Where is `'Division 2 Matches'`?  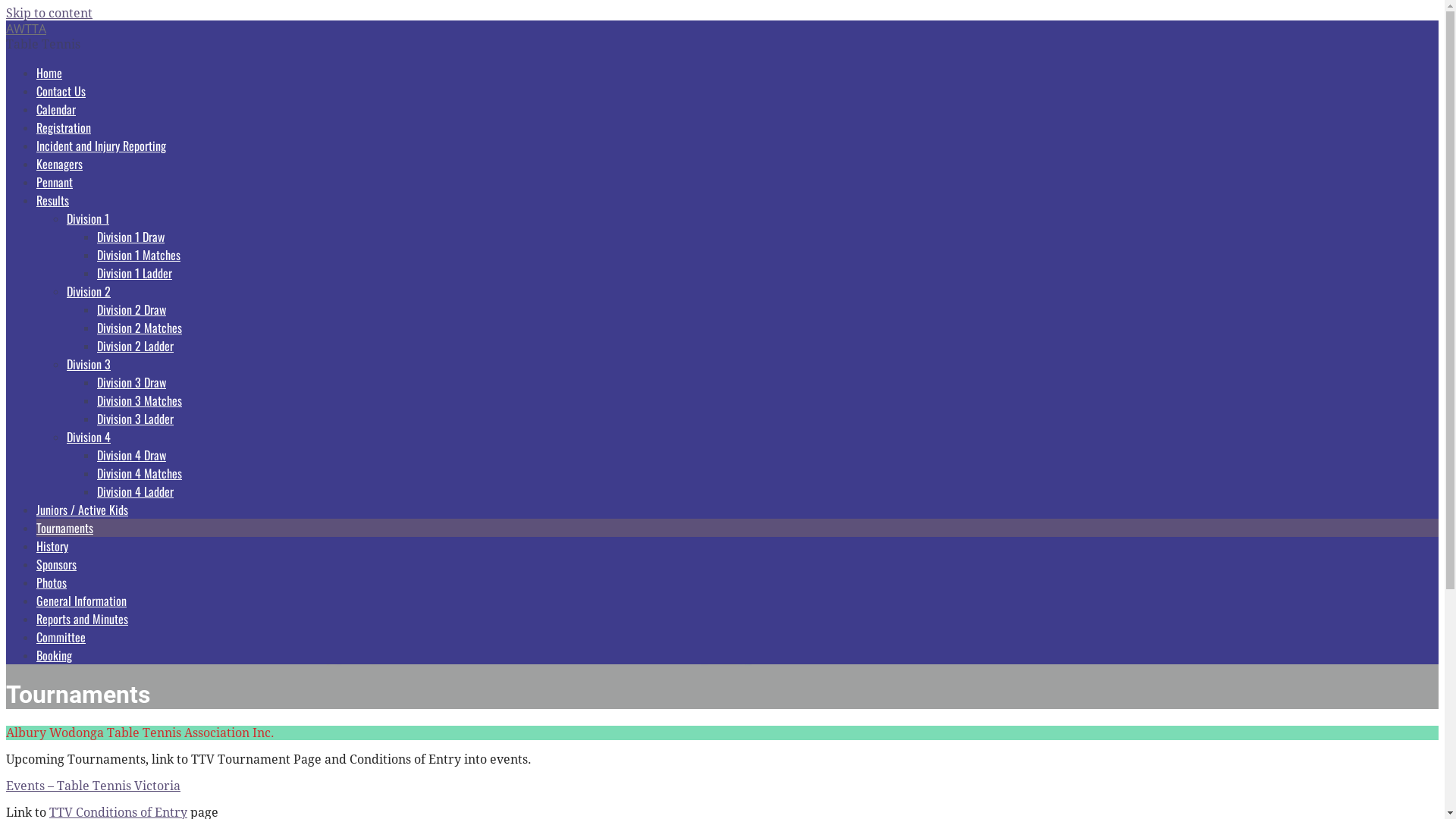
'Division 2 Matches' is located at coordinates (96, 327).